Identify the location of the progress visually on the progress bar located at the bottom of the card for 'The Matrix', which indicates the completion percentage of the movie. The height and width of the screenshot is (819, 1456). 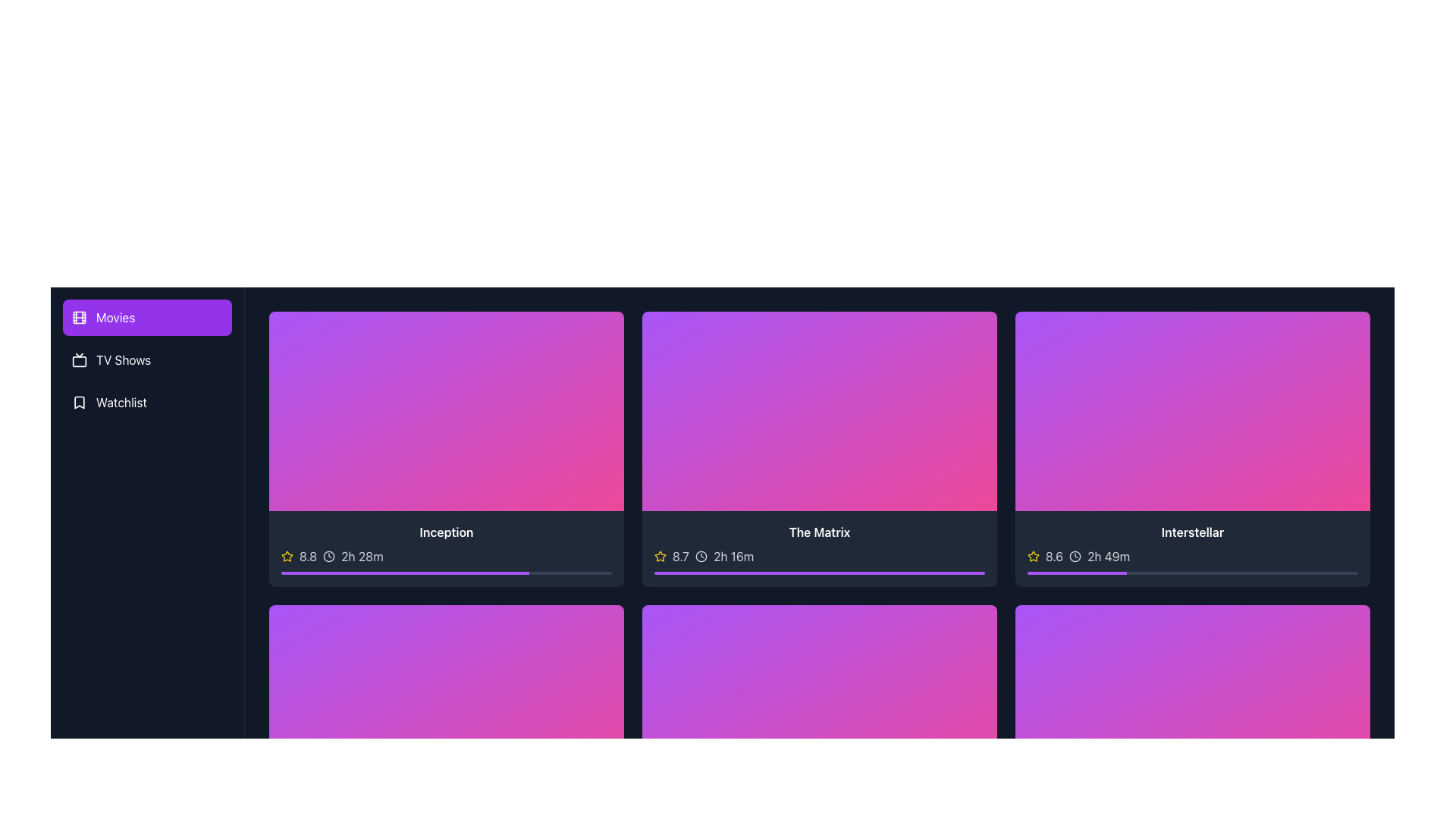
(818, 573).